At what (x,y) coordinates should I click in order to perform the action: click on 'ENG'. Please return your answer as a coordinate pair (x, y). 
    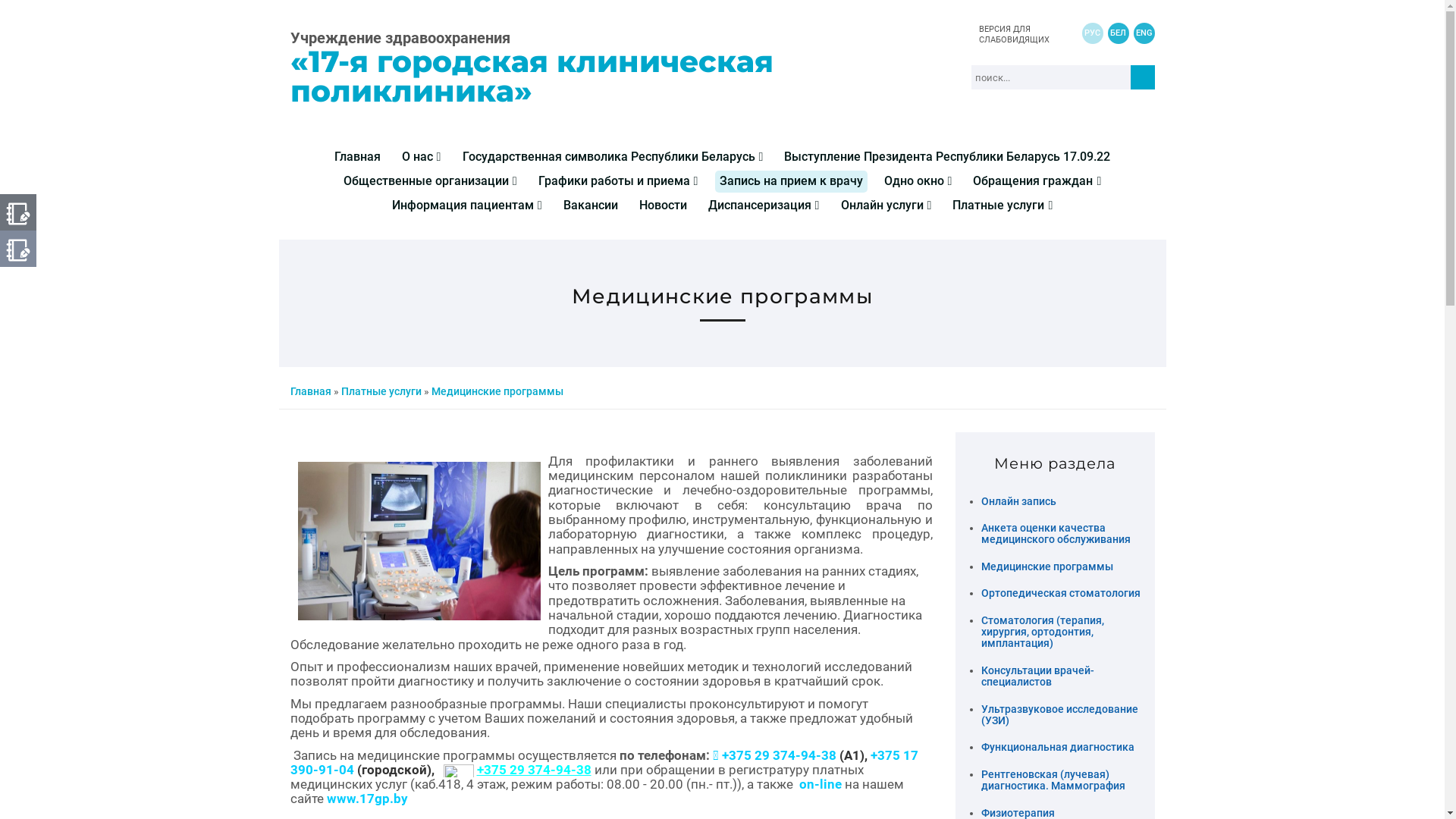
    Looking at the image, I should click on (1143, 39).